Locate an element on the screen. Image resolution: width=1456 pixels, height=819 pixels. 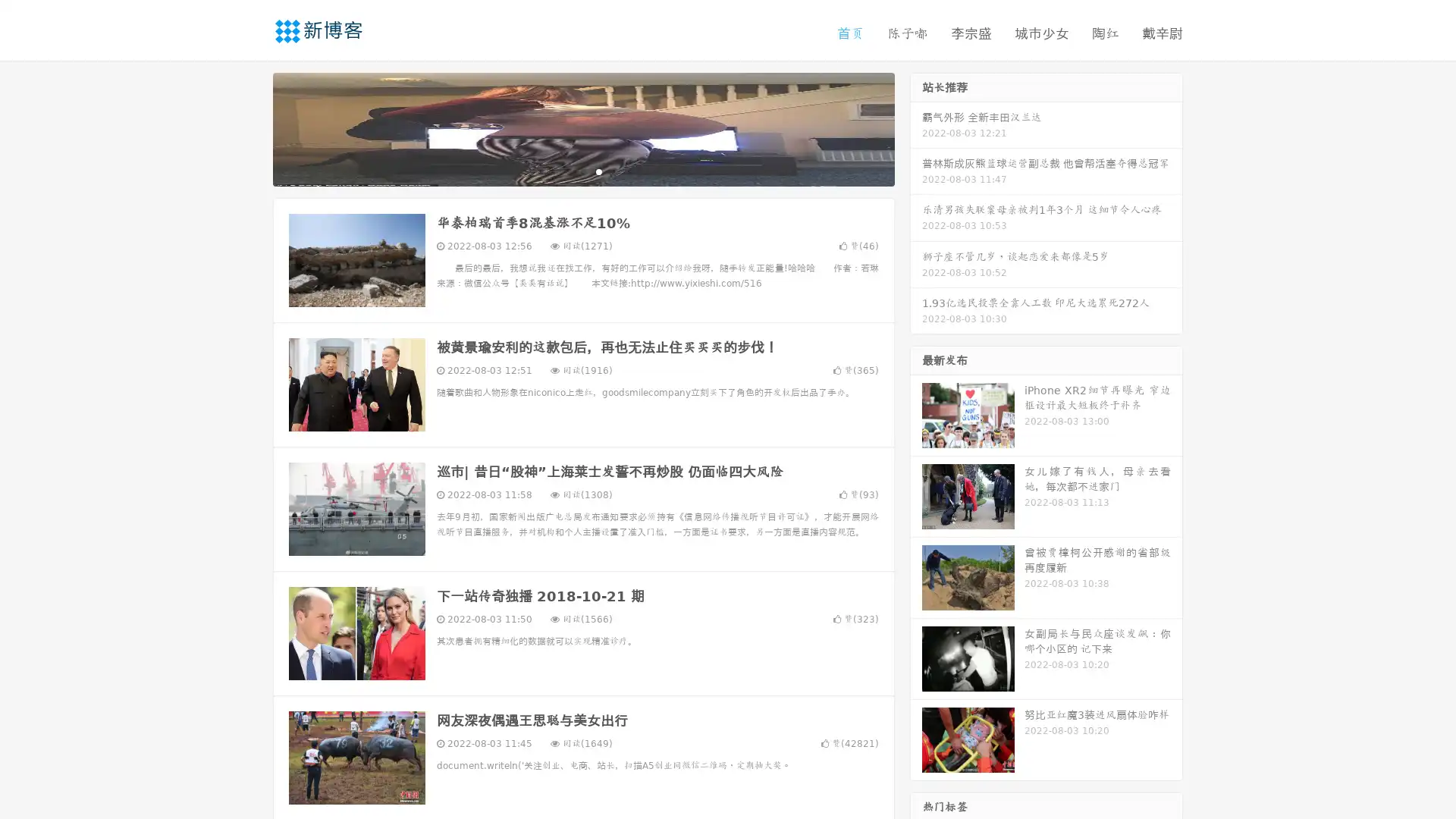
Go to slide 3 is located at coordinates (598, 171).